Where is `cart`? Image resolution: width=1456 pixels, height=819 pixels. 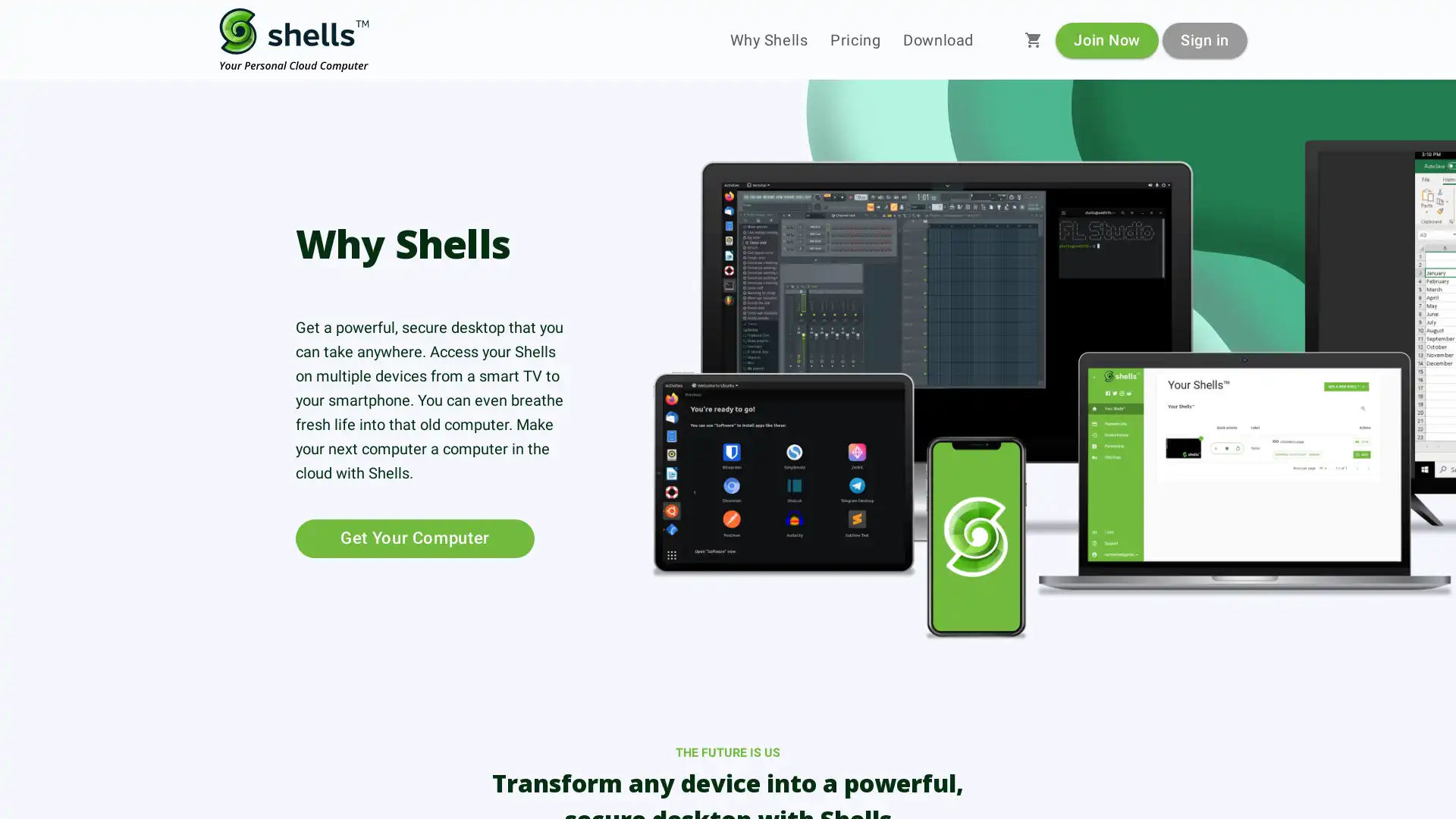 cart is located at coordinates (1033, 39).